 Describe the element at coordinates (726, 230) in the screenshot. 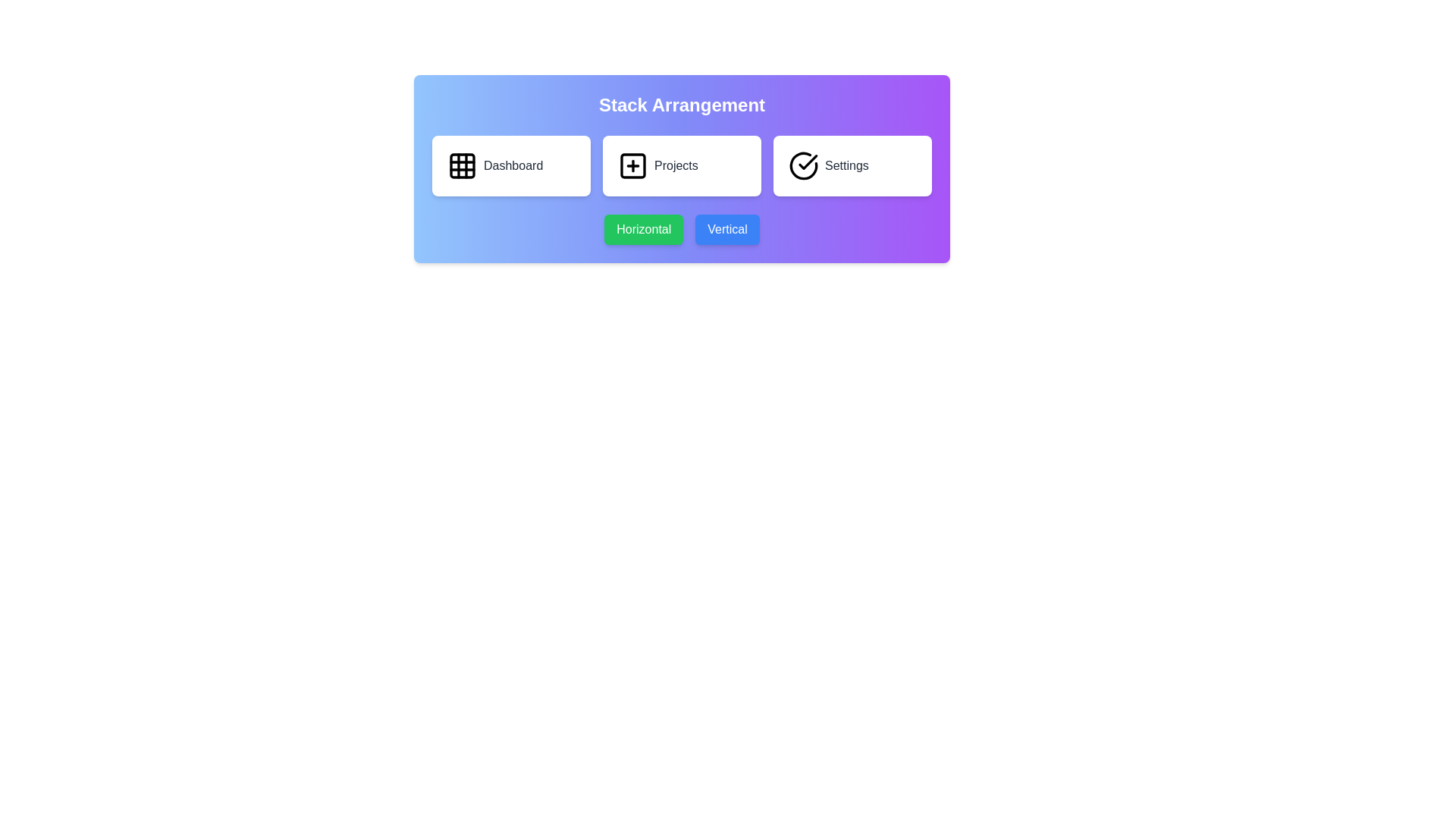

I see `the second button that toggles the 'Vertical' stack arrangement option` at that location.